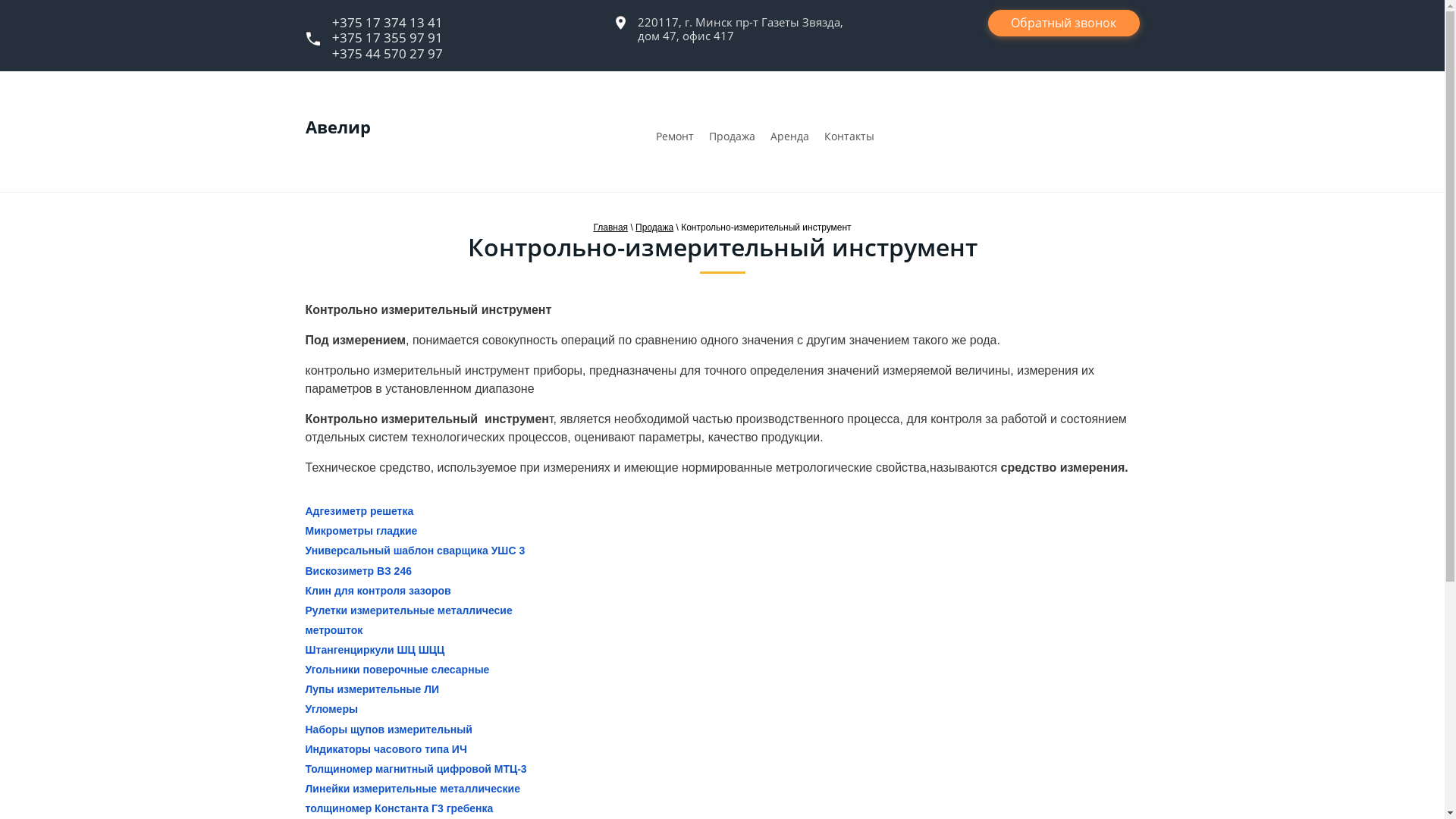 This screenshot has height=819, width=1456. What do you see at coordinates (387, 36) in the screenshot?
I see `'+375 17 355 97 91'` at bounding box center [387, 36].